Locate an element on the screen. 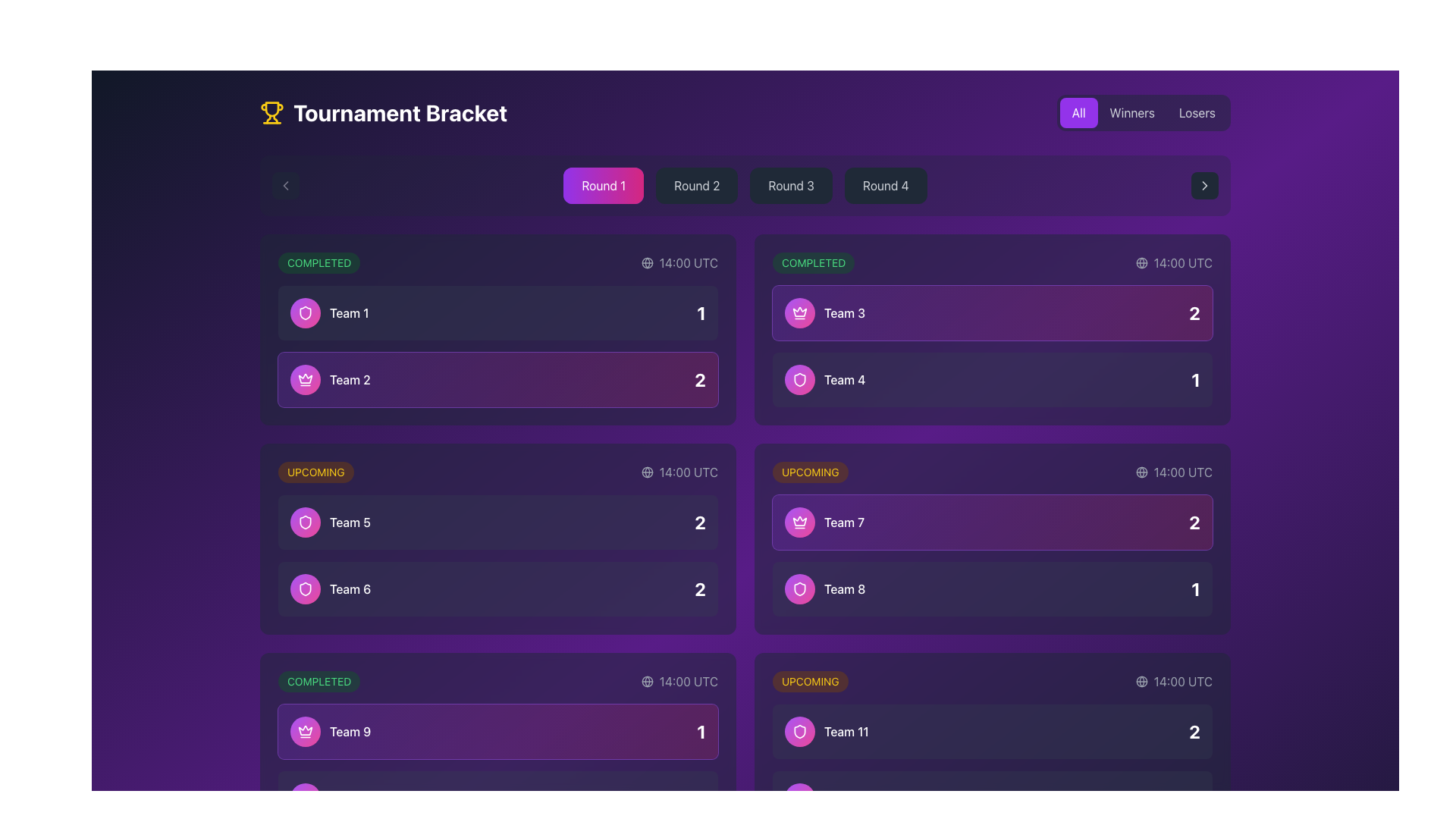  the static informational text element that displays the timestamp for an event, located to the right of the prominently styled 'UPCOMING' label is located at coordinates (1173, 680).